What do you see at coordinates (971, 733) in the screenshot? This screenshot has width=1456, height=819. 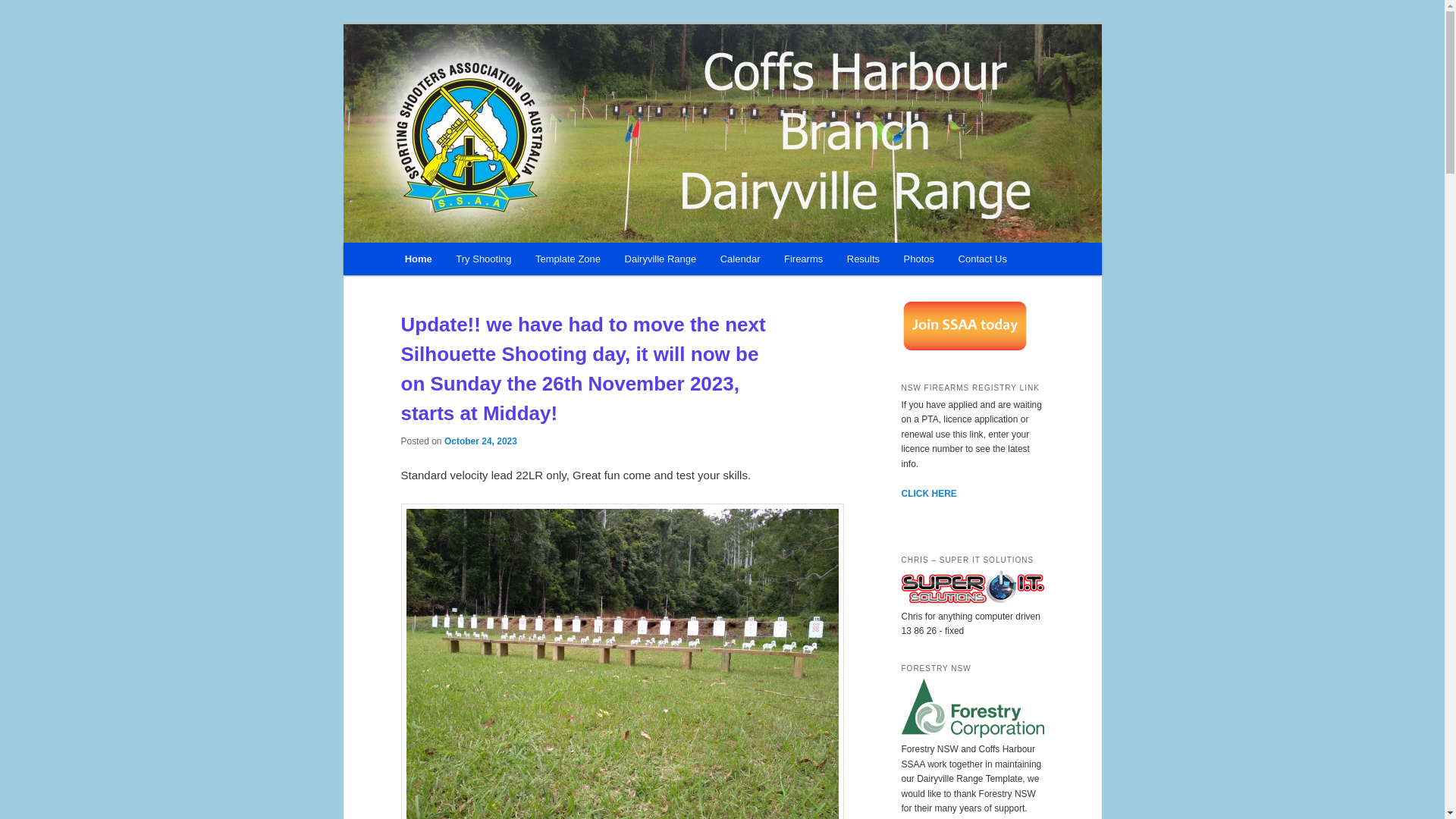 I see `'Forestry NSW '` at bounding box center [971, 733].